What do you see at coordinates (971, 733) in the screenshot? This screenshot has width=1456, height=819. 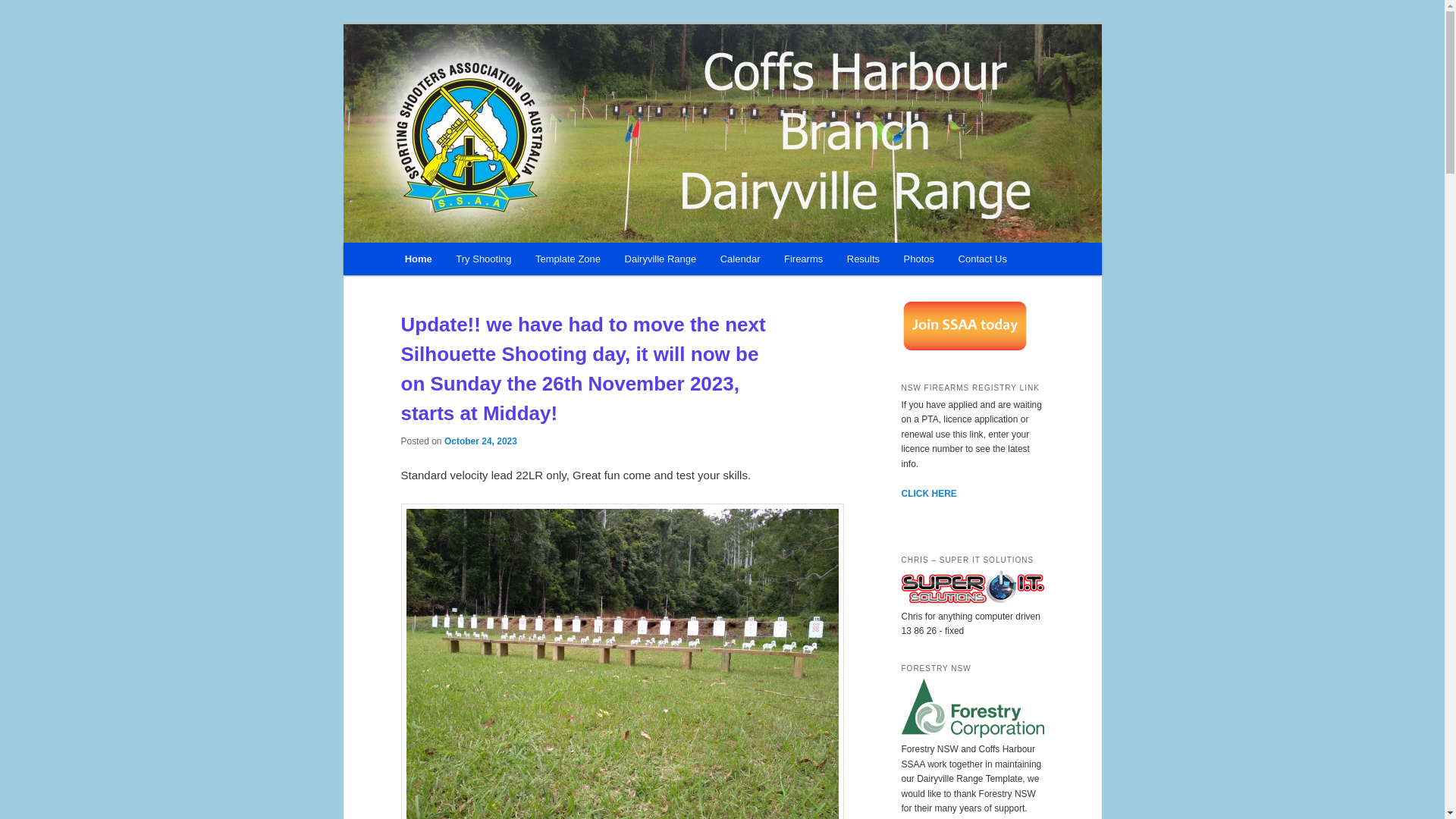 I see `'Forestry NSW '` at bounding box center [971, 733].